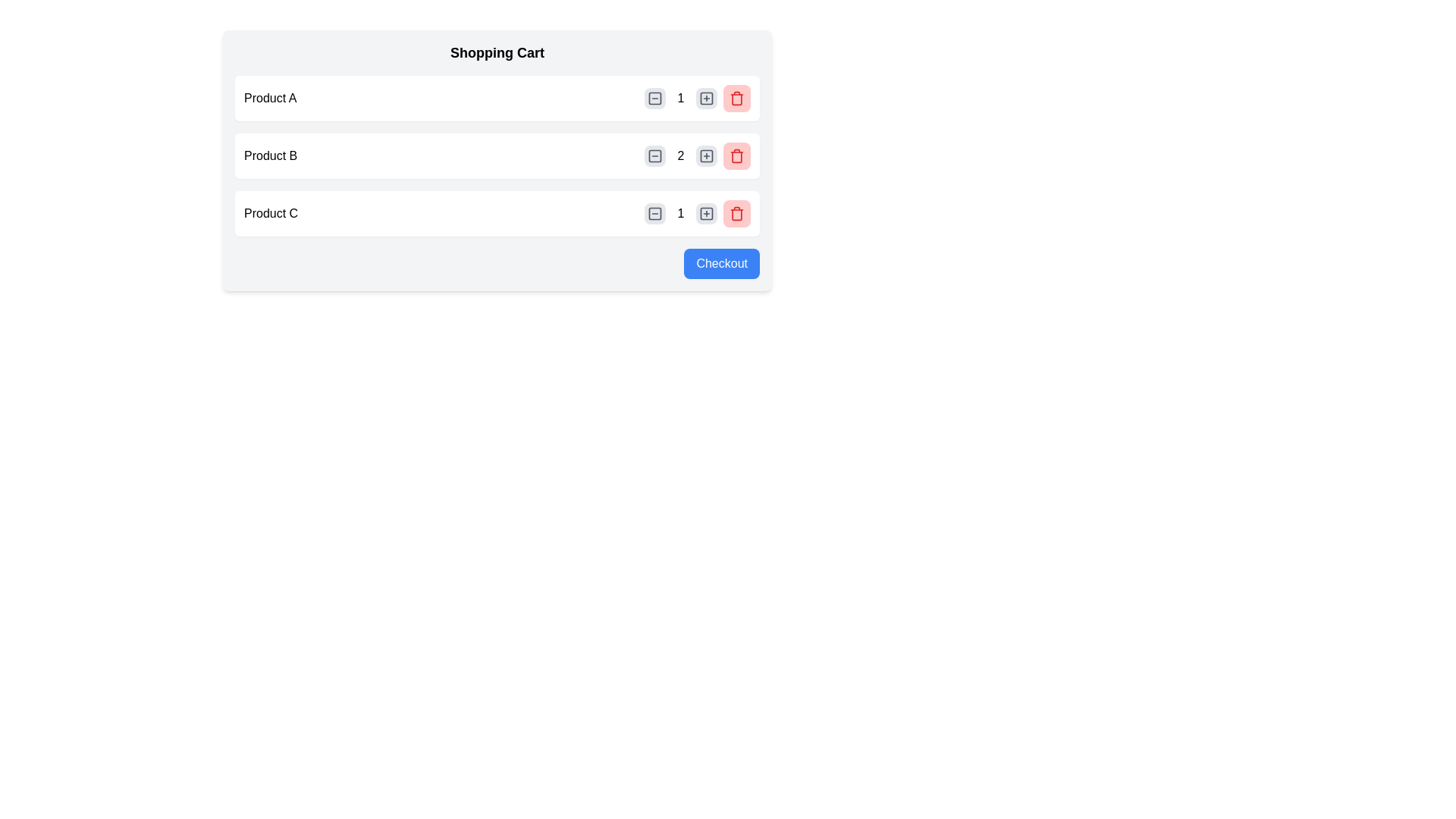 Image resolution: width=1456 pixels, height=819 pixels. What do you see at coordinates (655, 155) in the screenshot?
I see `the small gray square button with a minus sign in the center, located in the second row of the shopping cart, to reduce the item quantity` at bounding box center [655, 155].